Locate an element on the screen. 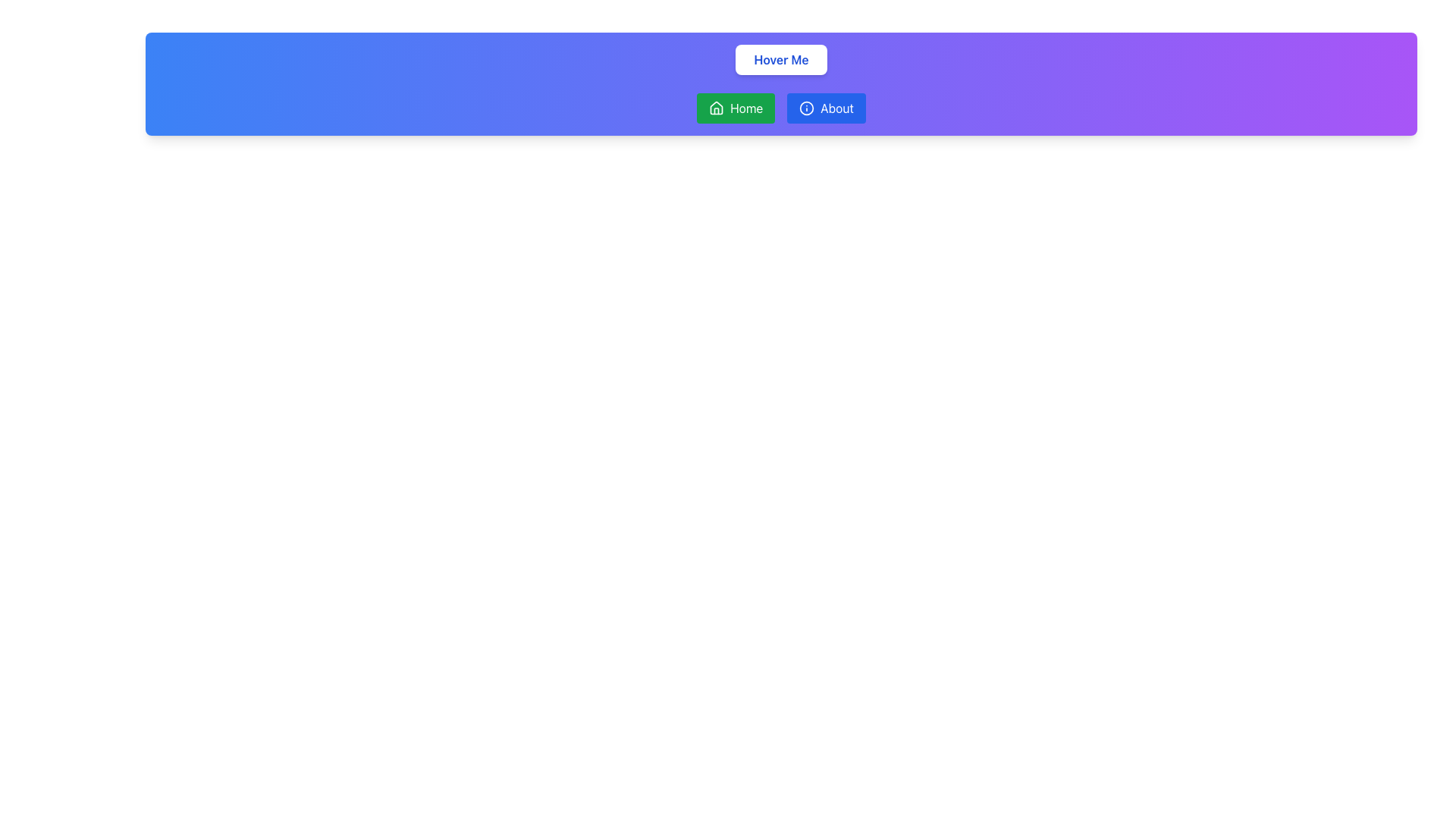 The width and height of the screenshot is (1456, 819). the SVG icon that accompanies the 'About' text, located in the horizontal navigation bar to the right of the 'Home' button is located at coordinates (806, 107).